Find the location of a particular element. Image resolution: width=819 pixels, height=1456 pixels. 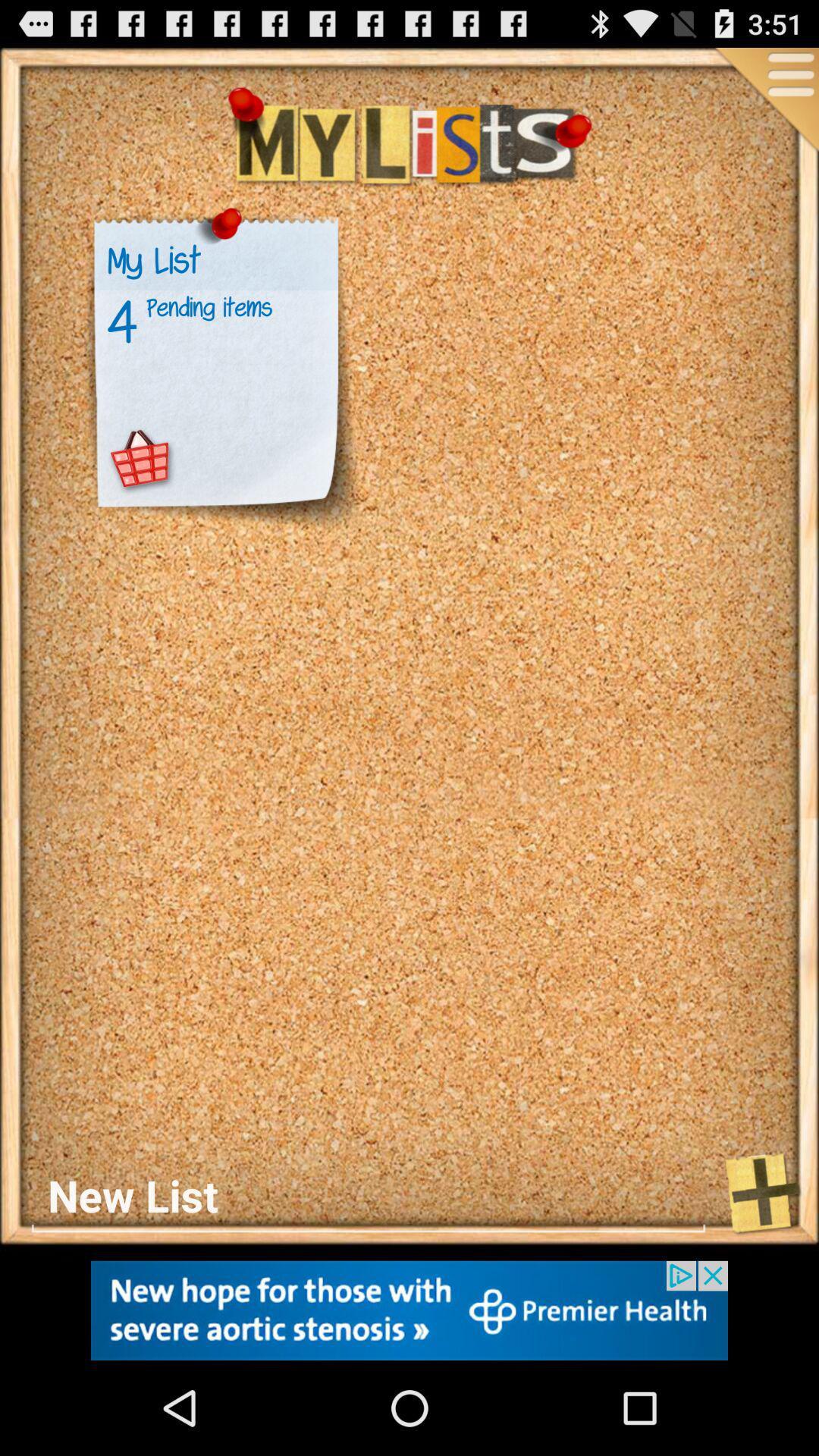

new list is located at coordinates (369, 1195).